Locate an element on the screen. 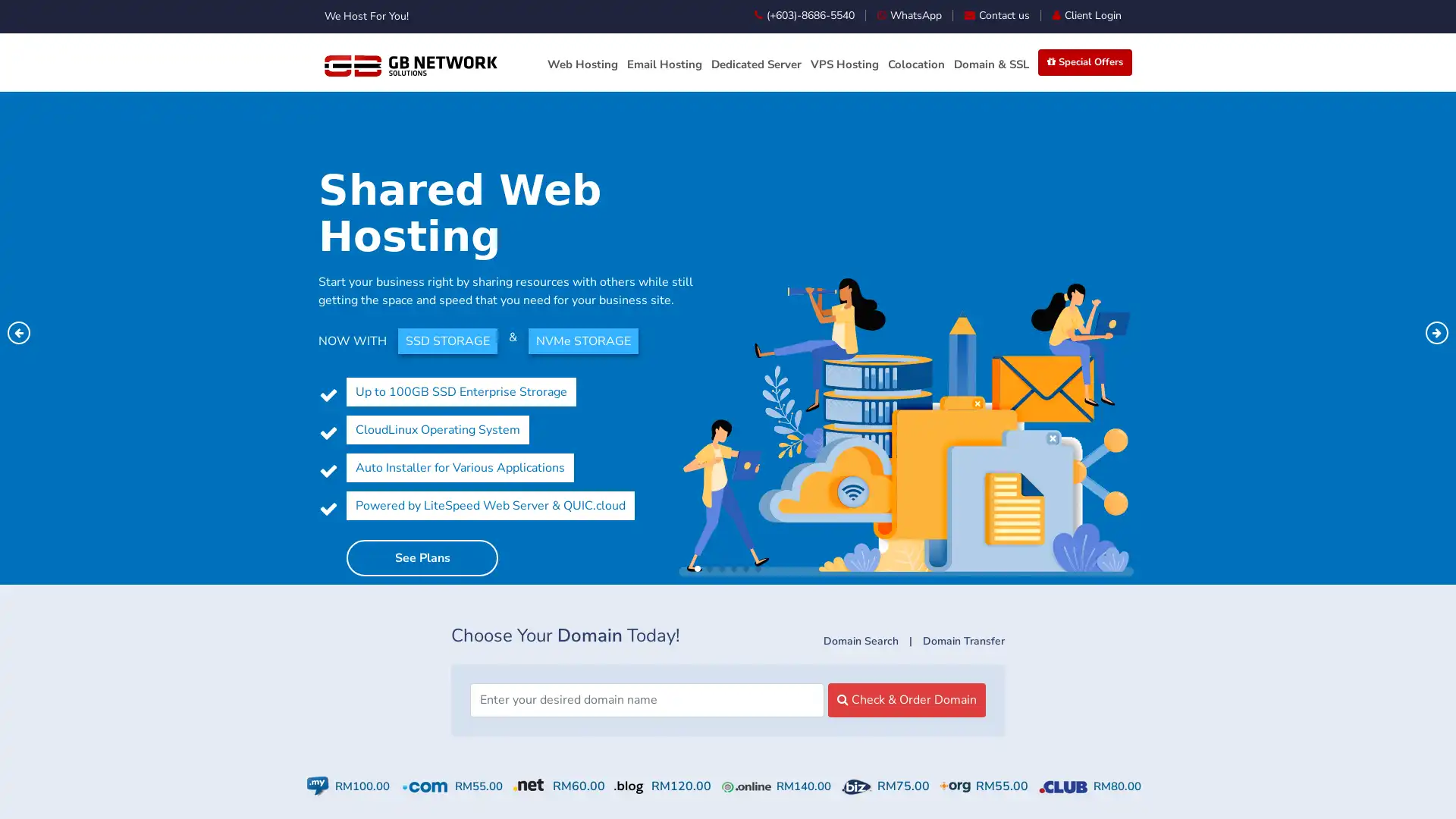 This screenshot has height=819, width=1456. Previous slide is located at coordinates (18, 331).